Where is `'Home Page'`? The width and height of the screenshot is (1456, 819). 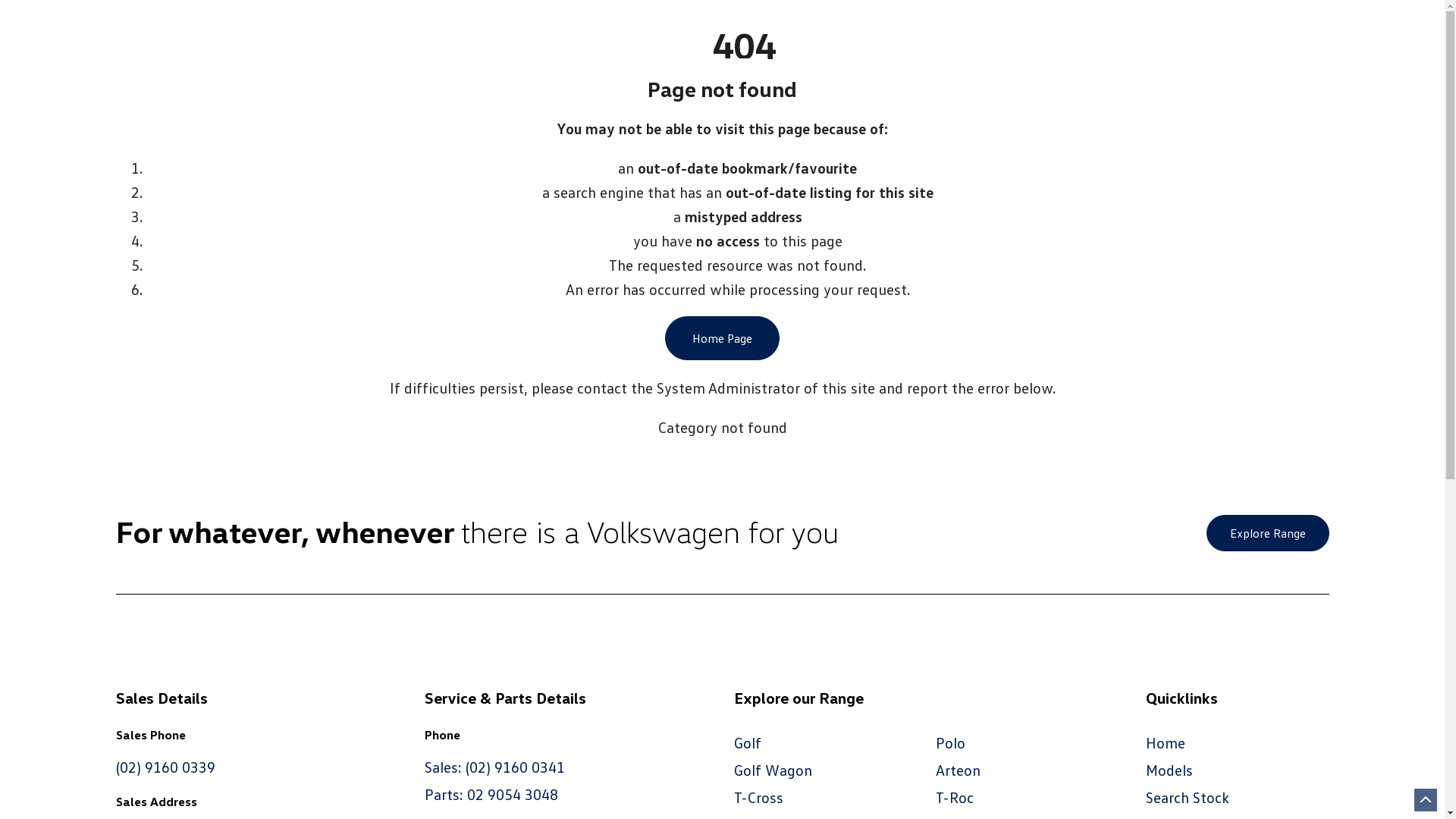
'Home Page' is located at coordinates (721, 337).